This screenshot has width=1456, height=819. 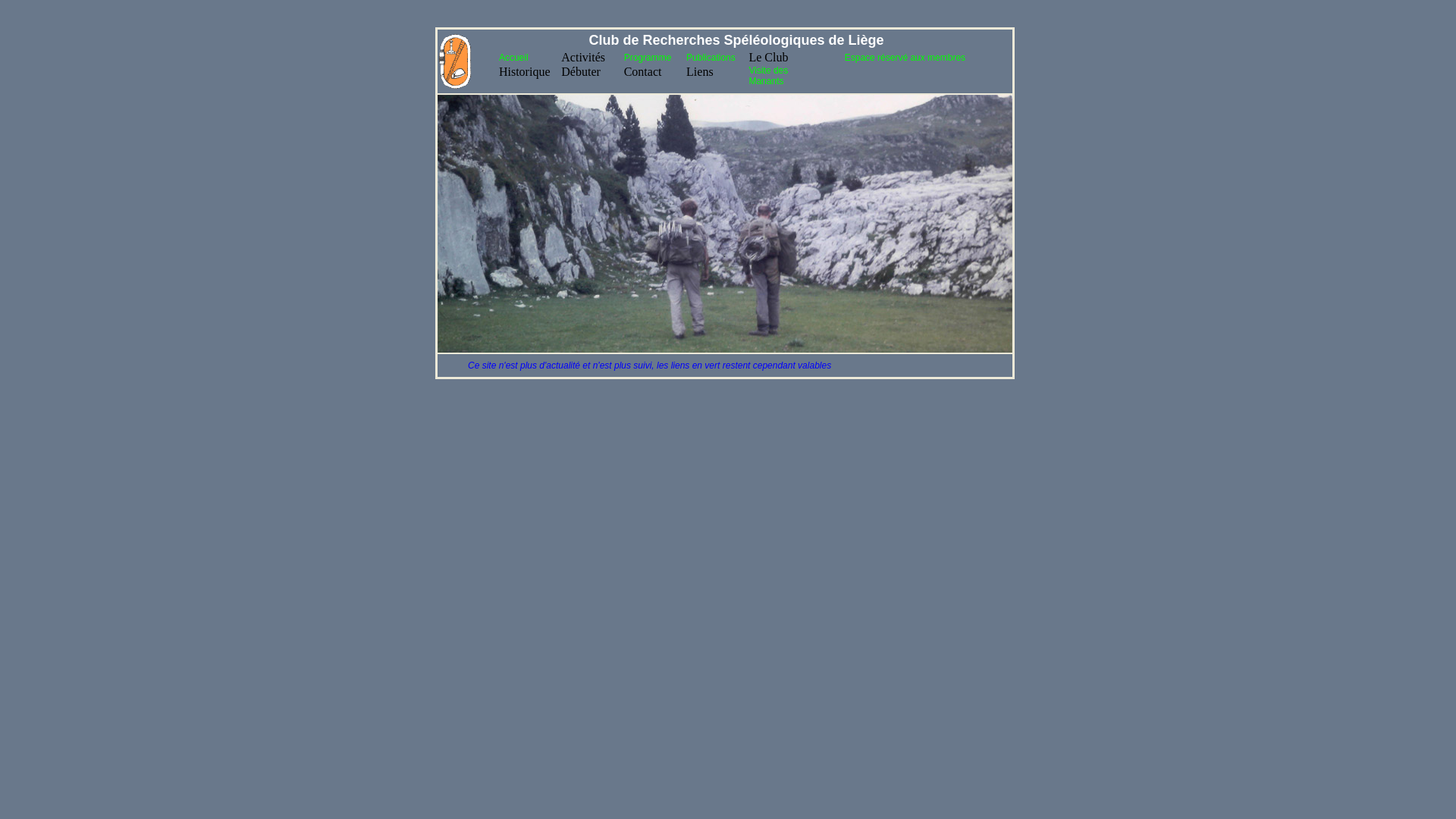 What do you see at coordinates (648, 57) in the screenshot?
I see `'Programme'` at bounding box center [648, 57].